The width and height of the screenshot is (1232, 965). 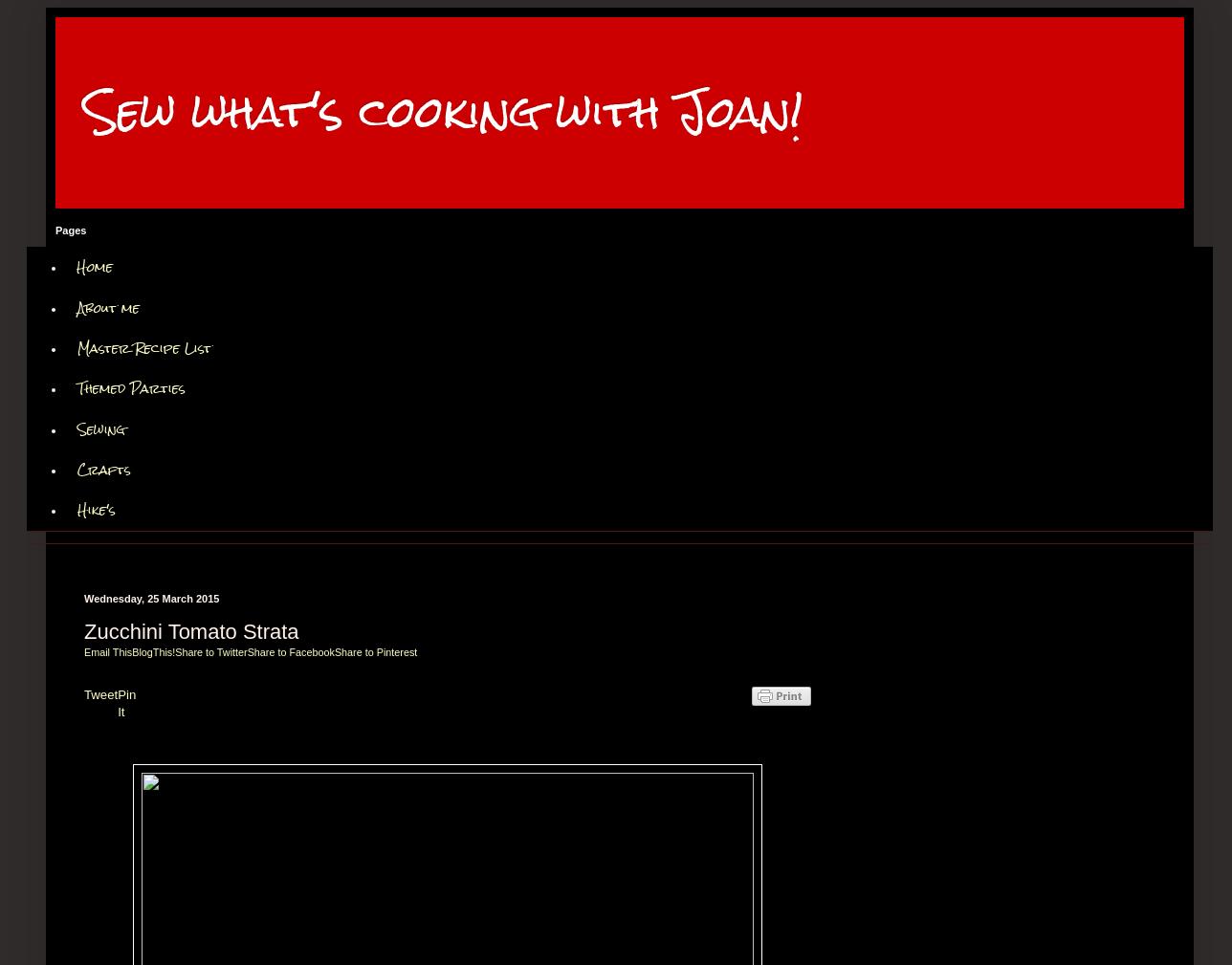 What do you see at coordinates (143, 346) in the screenshot?
I see `'Master Recipe List'` at bounding box center [143, 346].